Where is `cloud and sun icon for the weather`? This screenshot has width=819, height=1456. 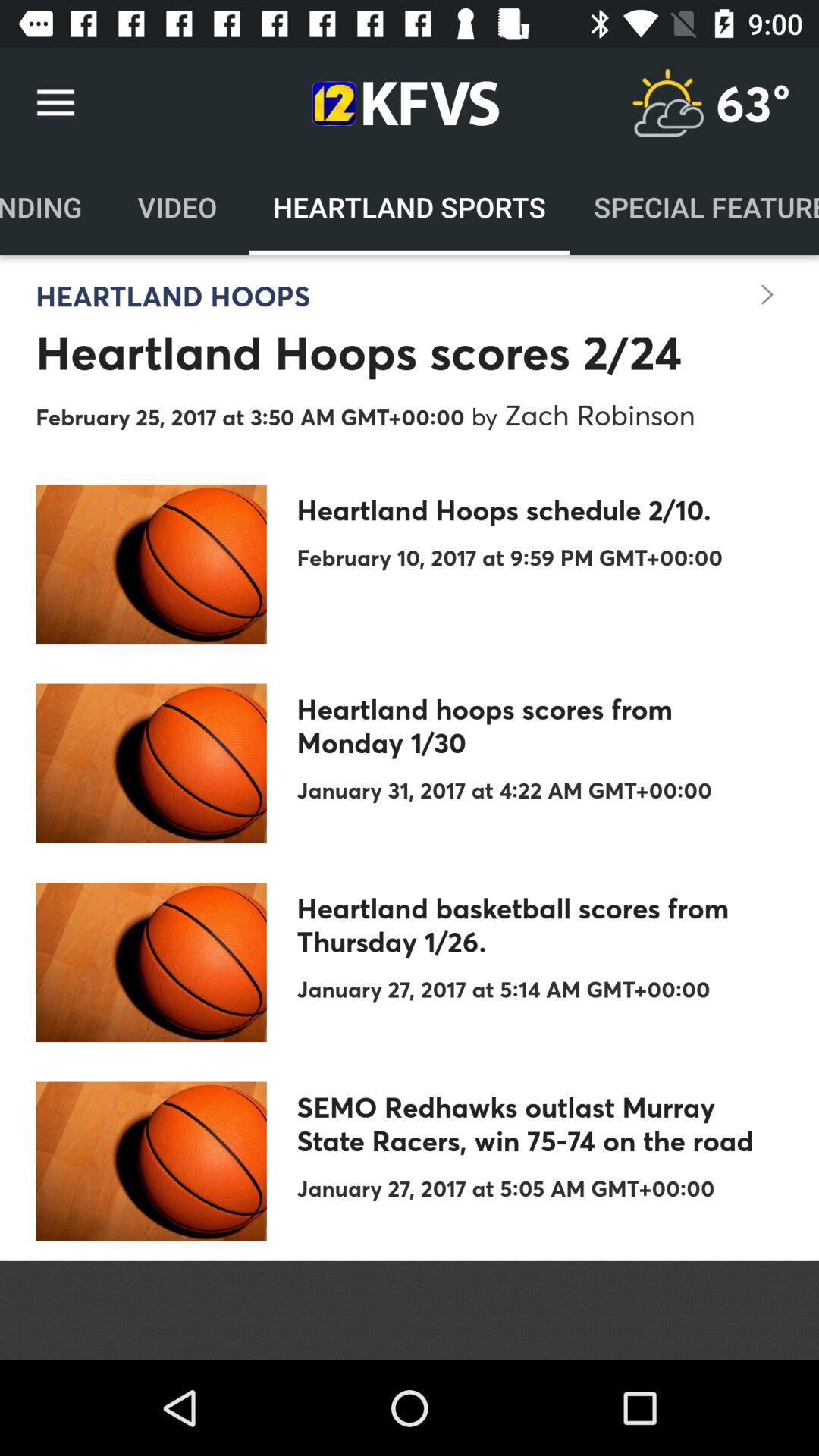 cloud and sun icon for the weather is located at coordinates (667, 102).